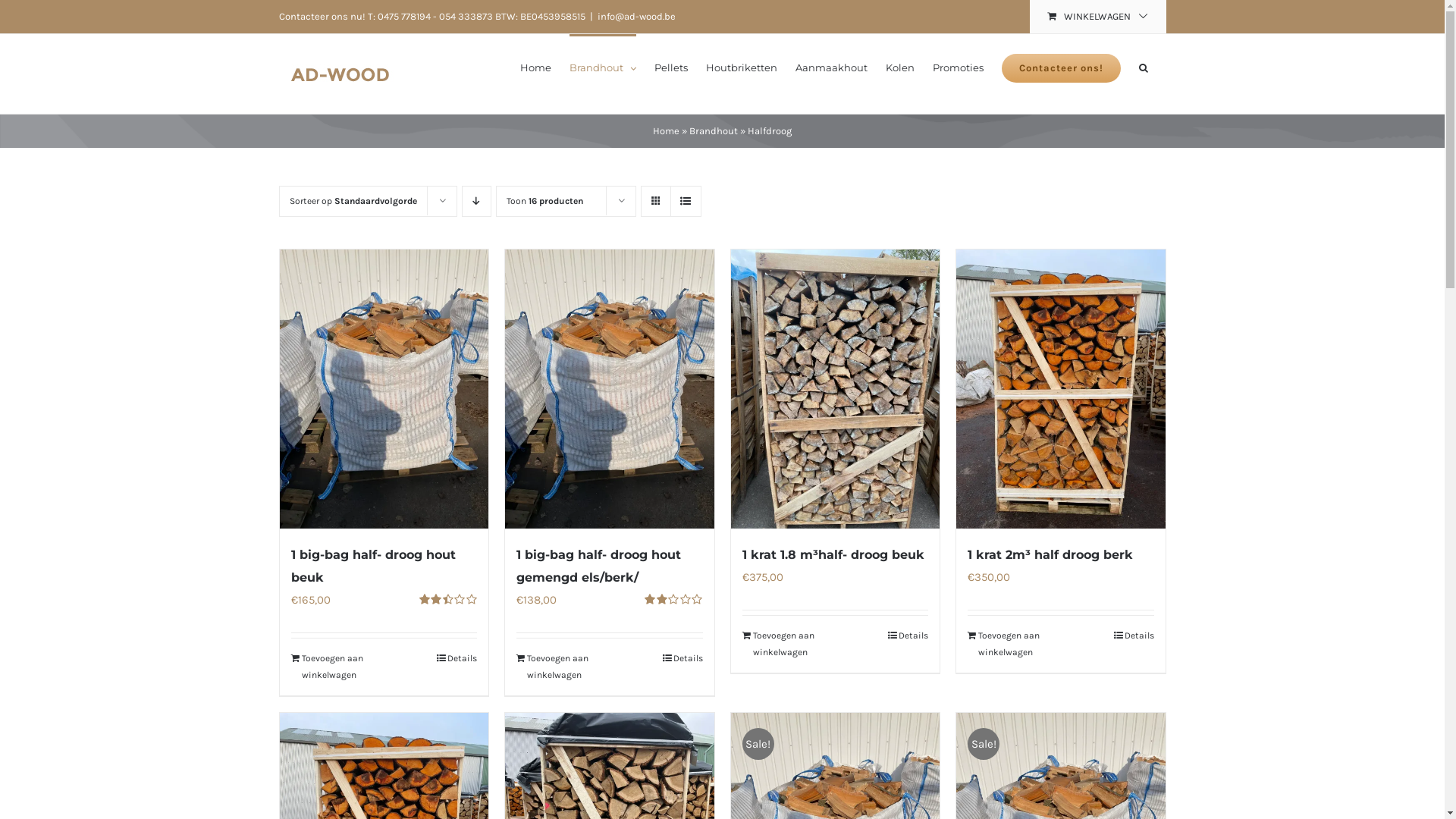 The image size is (1456, 819). What do you see at coordinates (373, 566) in the screenshot?
I see `'1 big-bag half- droog hout beuk'` at bounding box center [373, 566].